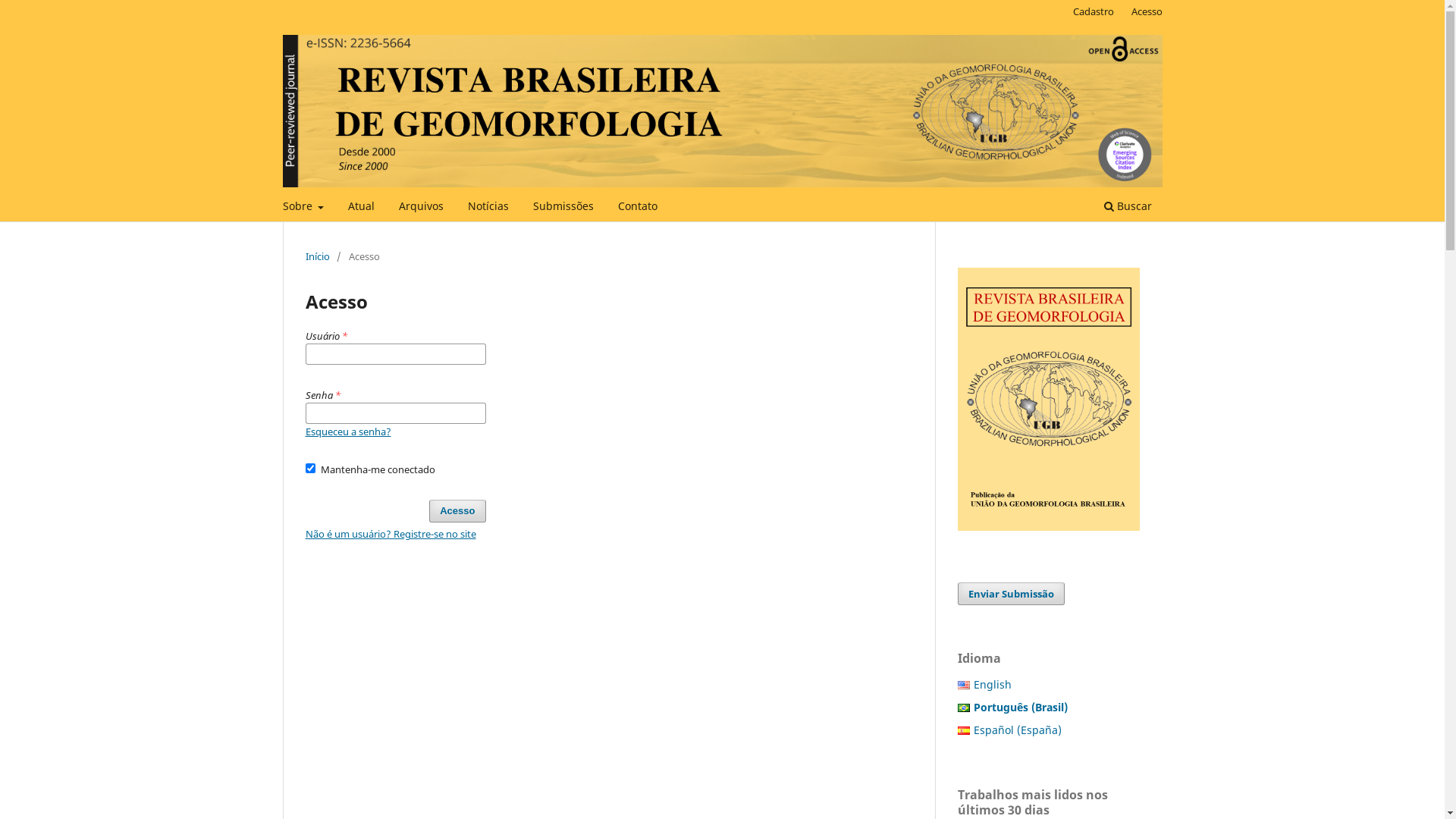 The height and width of the screenshot is (819, 1456). Describe the element at coordinates (993, 684) in the screenshot. I see `'  English'` at that location.